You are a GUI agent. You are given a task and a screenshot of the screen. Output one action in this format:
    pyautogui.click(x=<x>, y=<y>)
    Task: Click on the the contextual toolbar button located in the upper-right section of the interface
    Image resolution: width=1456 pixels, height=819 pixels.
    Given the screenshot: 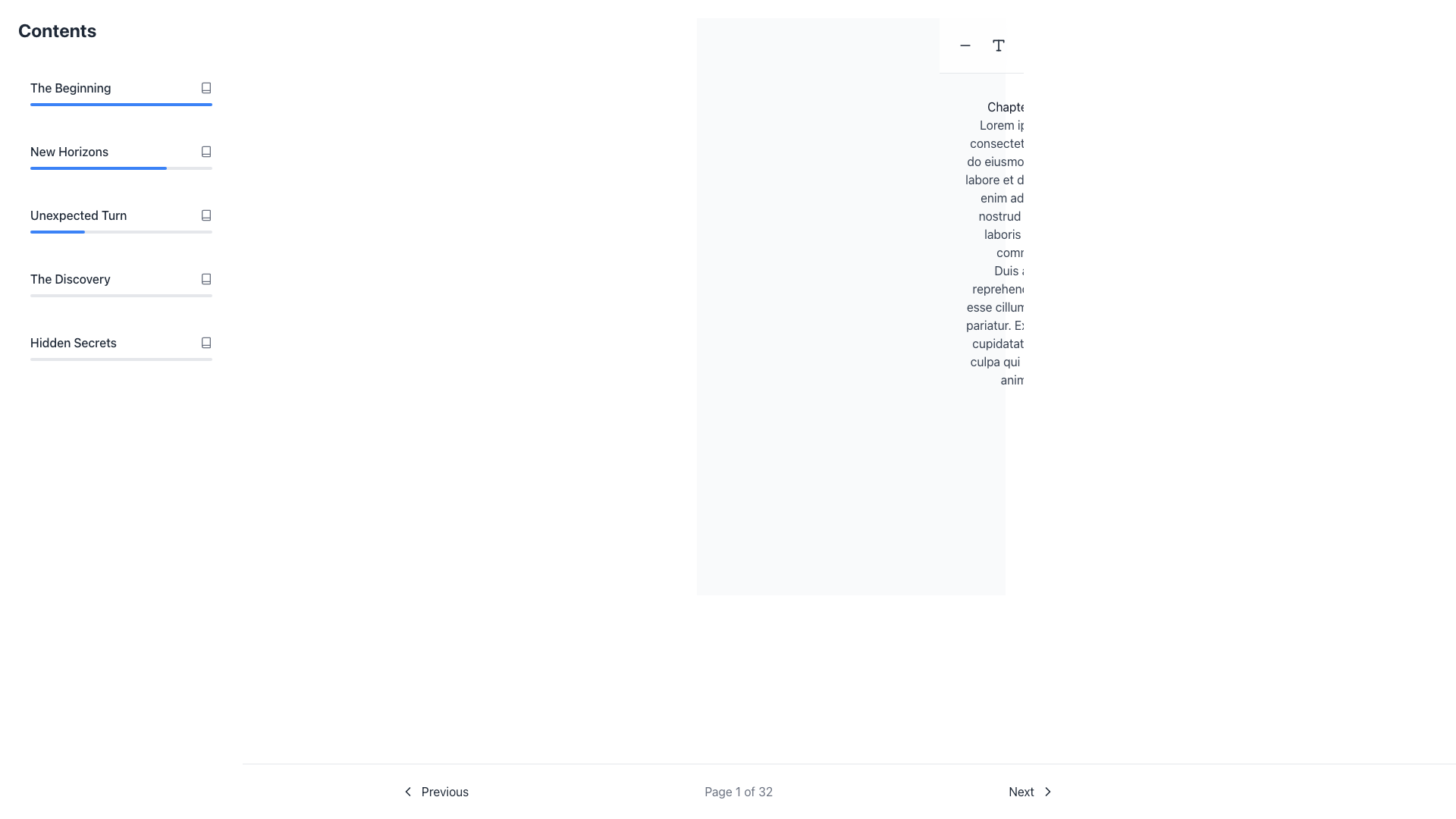 What is the action you would take?
    pyautogui.click(x=1103, y=45)
    